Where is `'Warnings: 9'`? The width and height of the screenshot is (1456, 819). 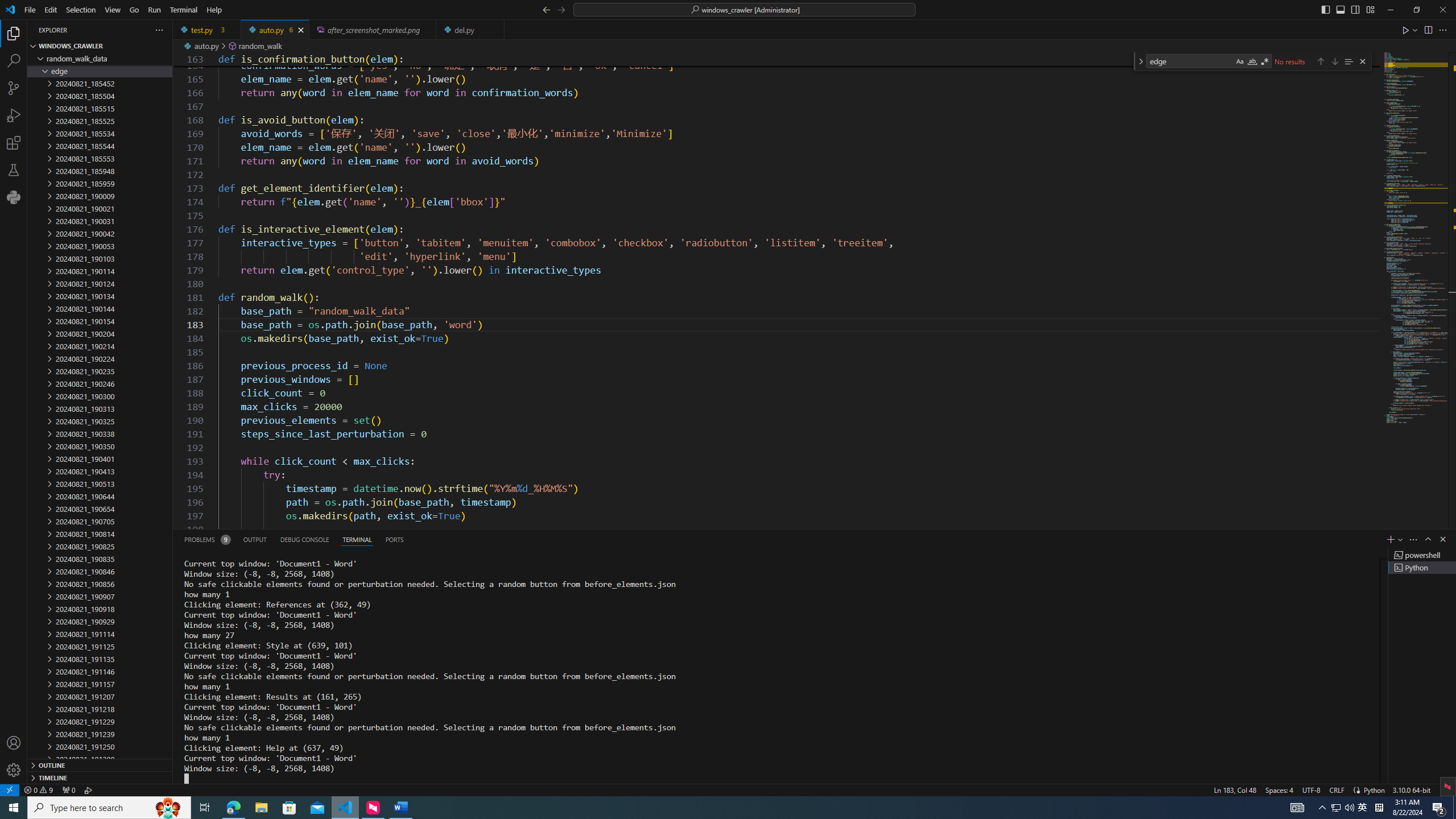
'Warnings: 9' is located at coordinates (37, 789).